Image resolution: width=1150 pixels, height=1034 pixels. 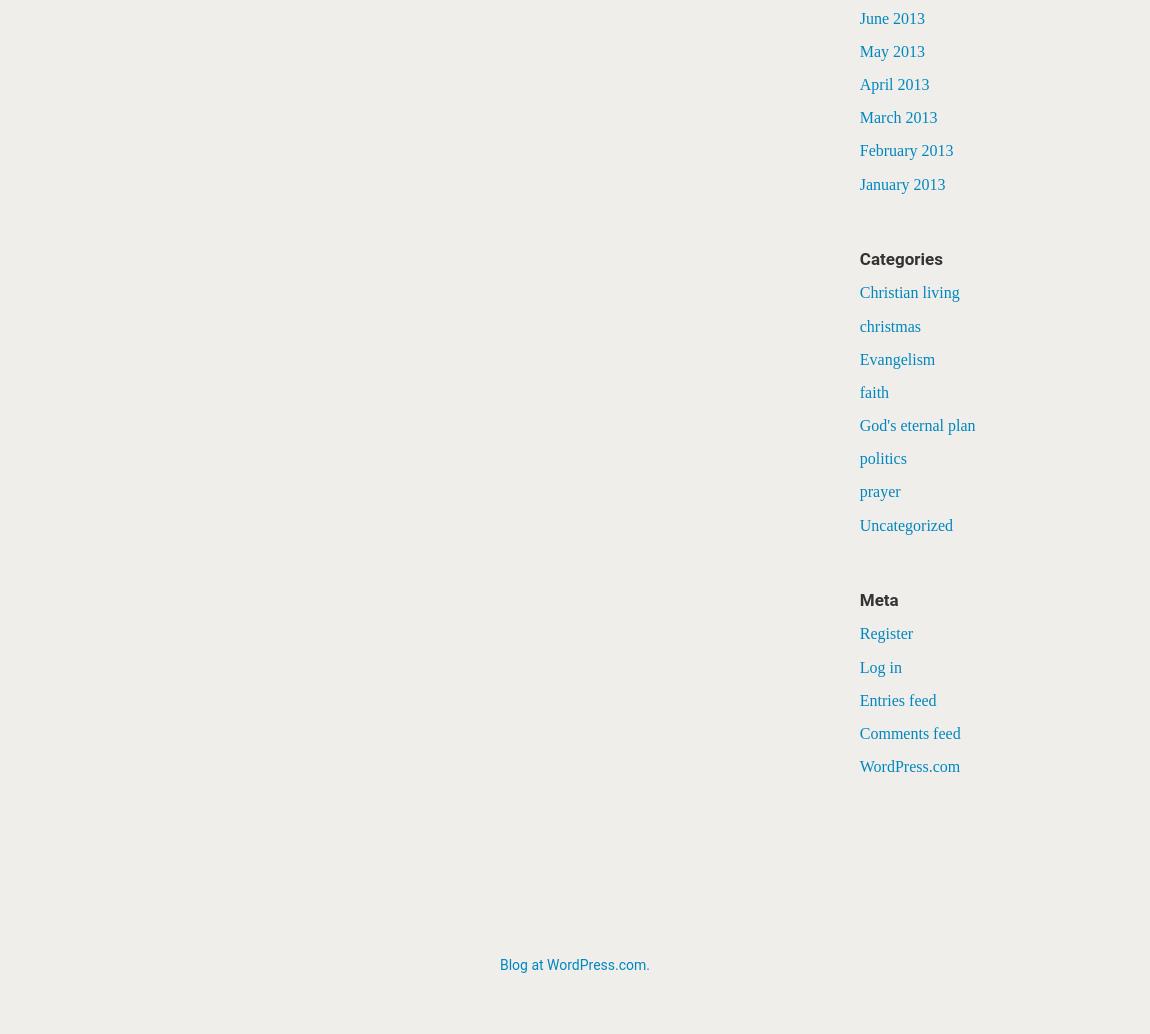 What do you see at coordinates (889, 324) in the screenshot?
I see `'christmas'` at bounding box center [889, 324].